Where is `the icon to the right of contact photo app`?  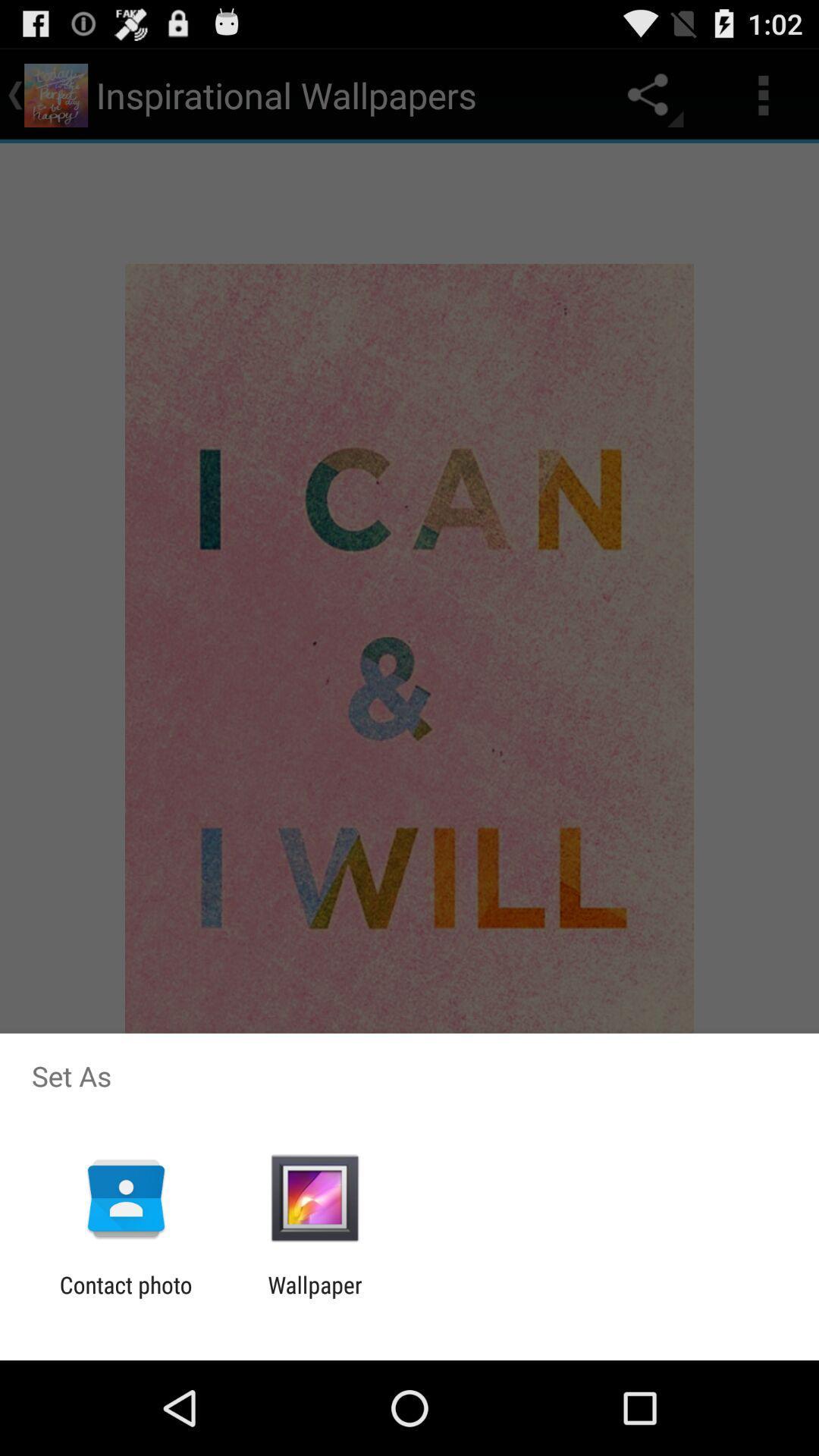
the icon to the right of contact photo app is located at coordinates (314, 1298).